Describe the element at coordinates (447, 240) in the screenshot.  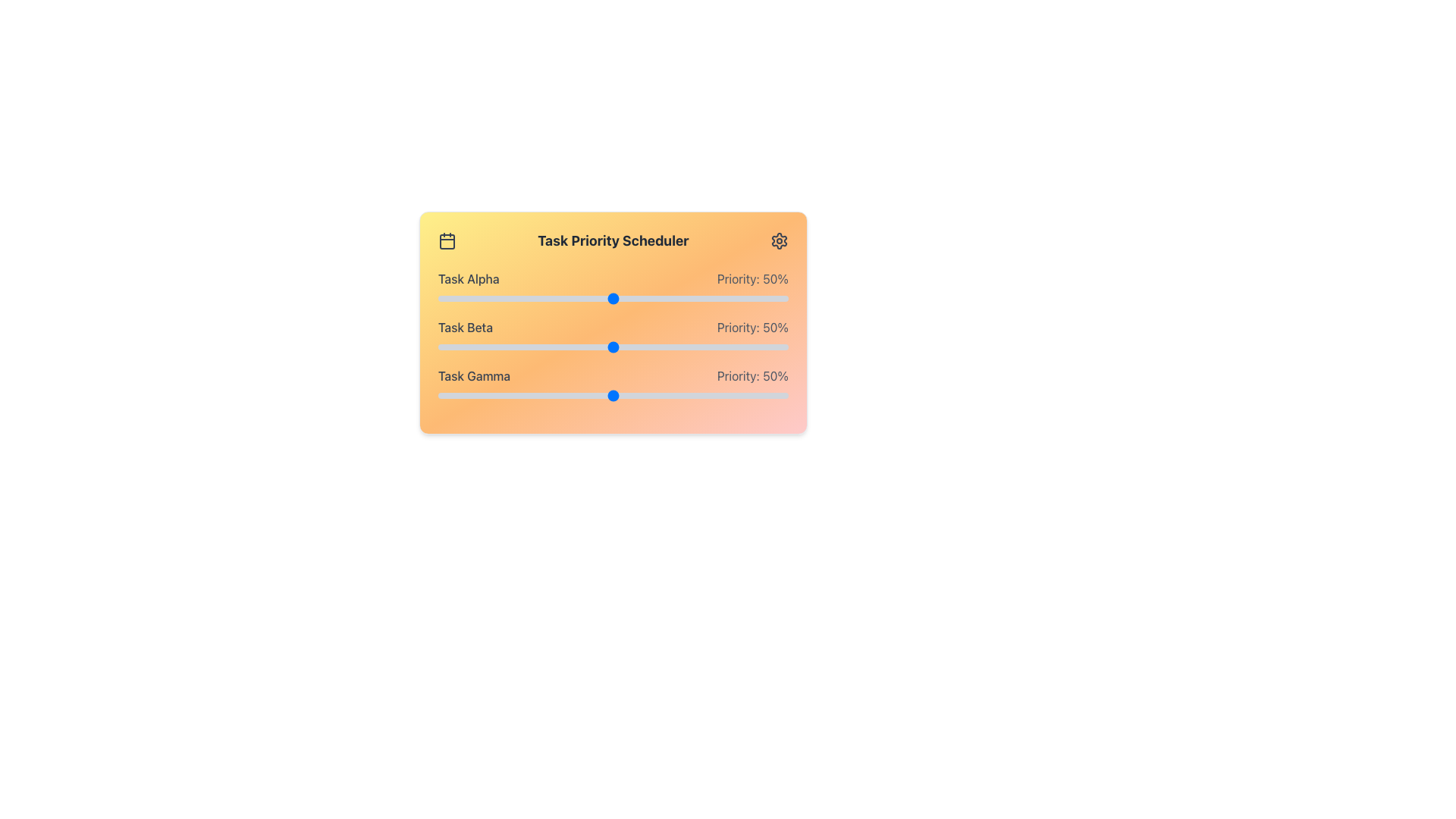
I see `the calendar icon button in the 'Task Priority Scheduler' header` at that location.